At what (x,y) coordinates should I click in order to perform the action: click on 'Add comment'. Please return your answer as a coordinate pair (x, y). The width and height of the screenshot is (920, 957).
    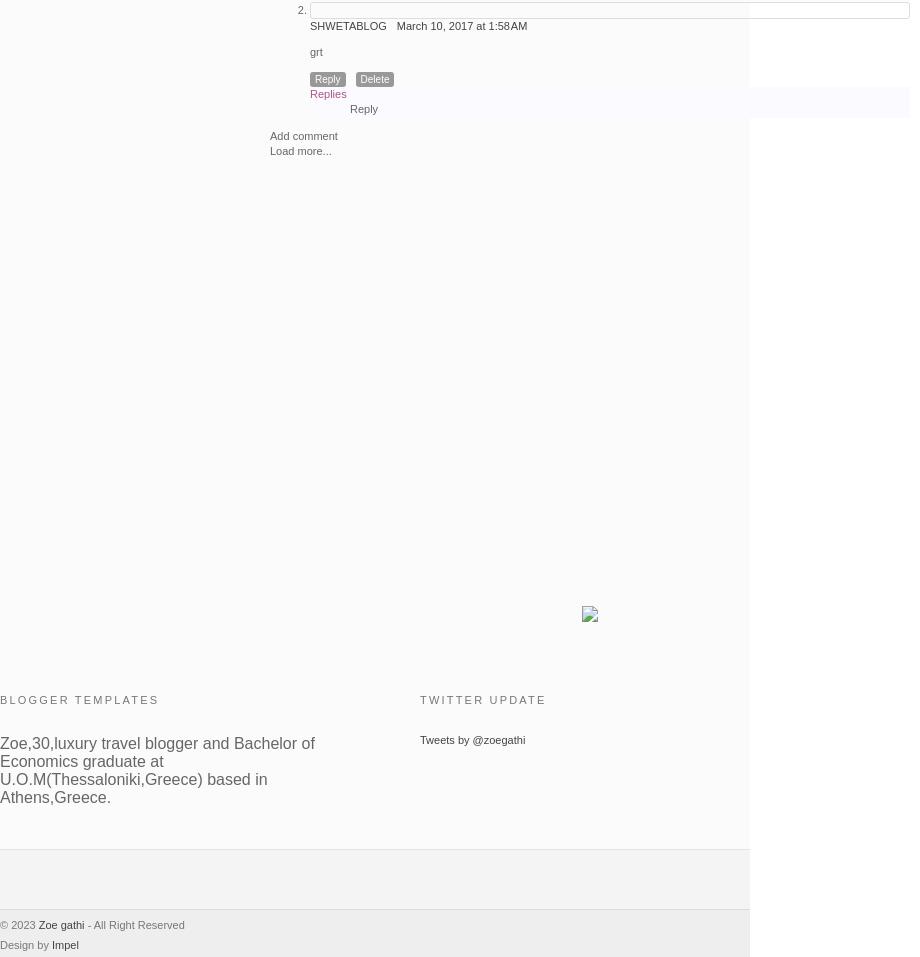
    Looking at the image, I should click on (303, 135).